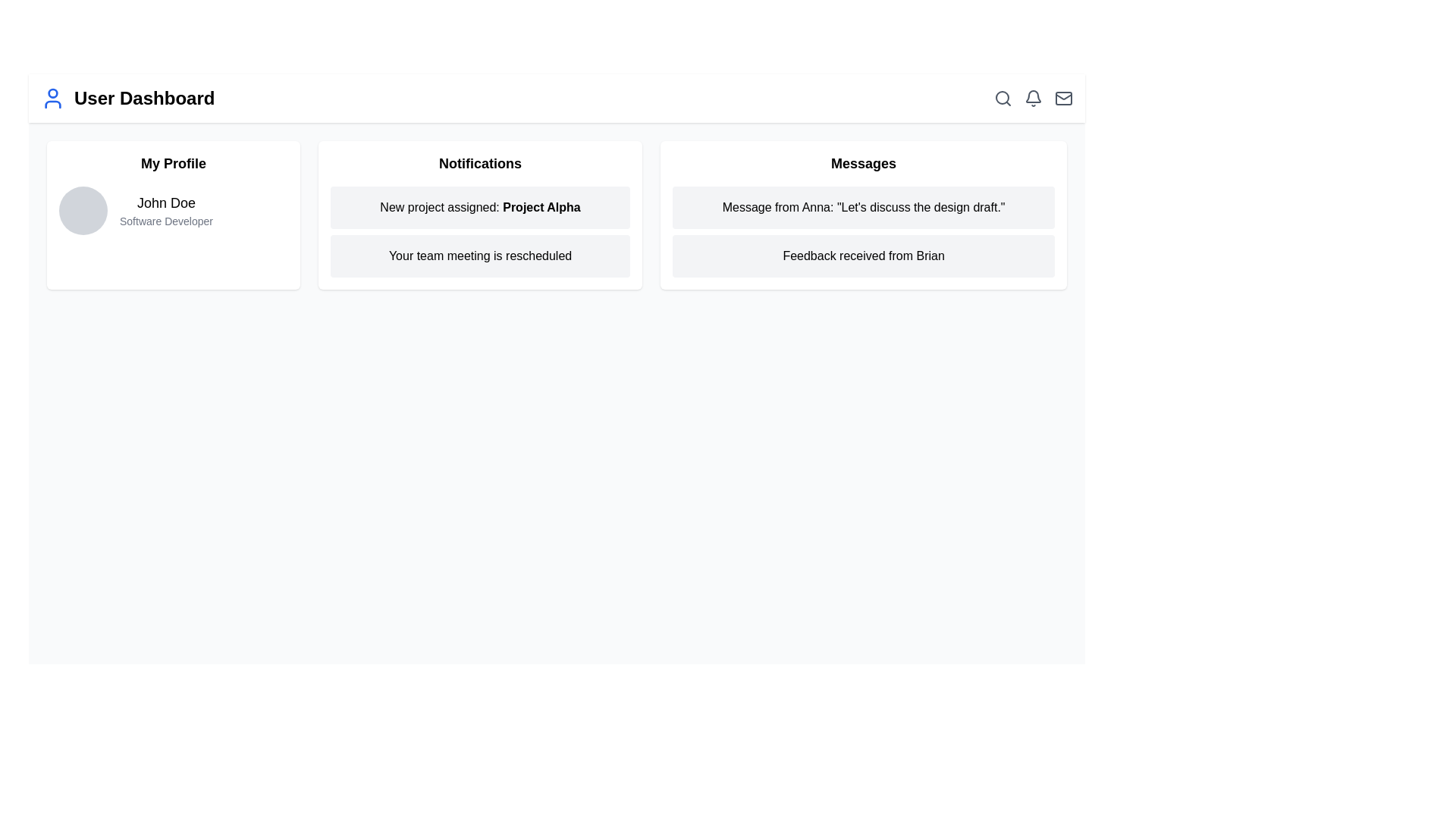  I want to click on the user profile icon, which is a blue circular head with a half-circle below it, located to the left of the 'User Dashboard' text in the header section, so click(53, 99).